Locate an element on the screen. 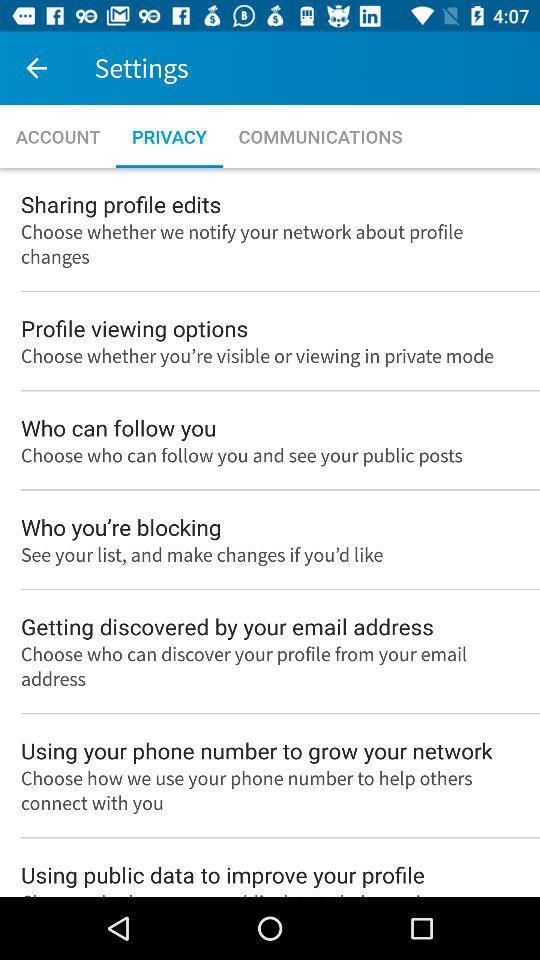 This screenshot has width=540, height=960. the item to the left of settings item is located at coordinates (36, 68).